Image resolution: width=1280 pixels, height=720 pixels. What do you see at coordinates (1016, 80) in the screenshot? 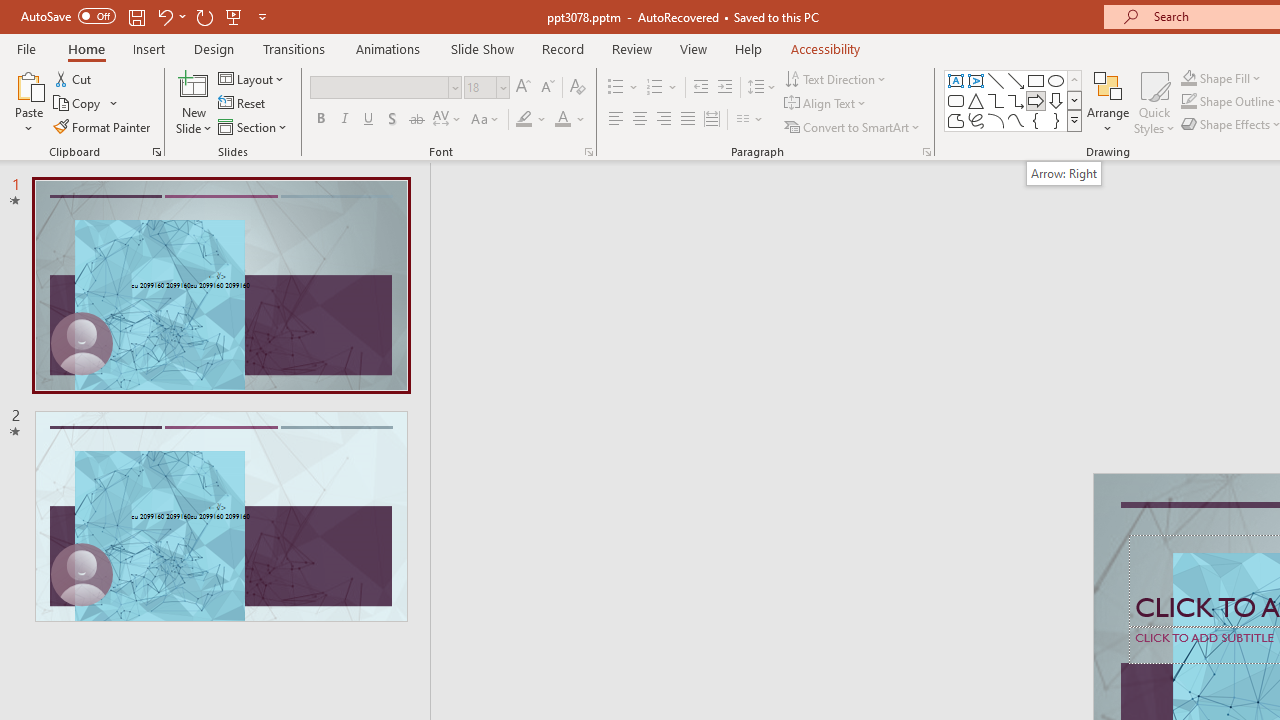
I see `'Line Arrow'` at bounding box center [1016, 80].